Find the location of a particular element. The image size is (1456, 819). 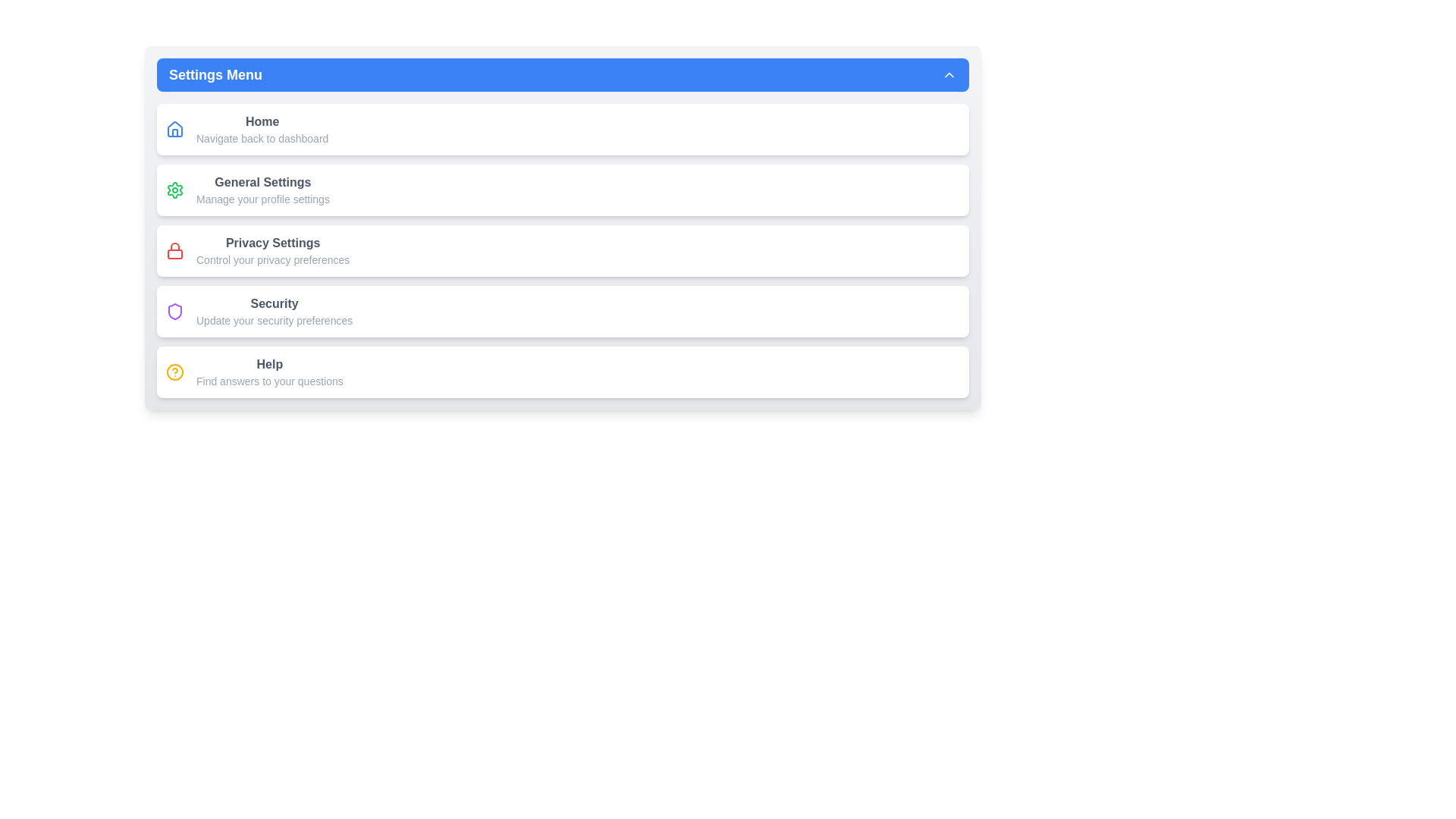

the Text label that provides supplementary information for the 'Privacy Settings' heading located beneath it in the Settings Menu is located at coordinates (273, 259).